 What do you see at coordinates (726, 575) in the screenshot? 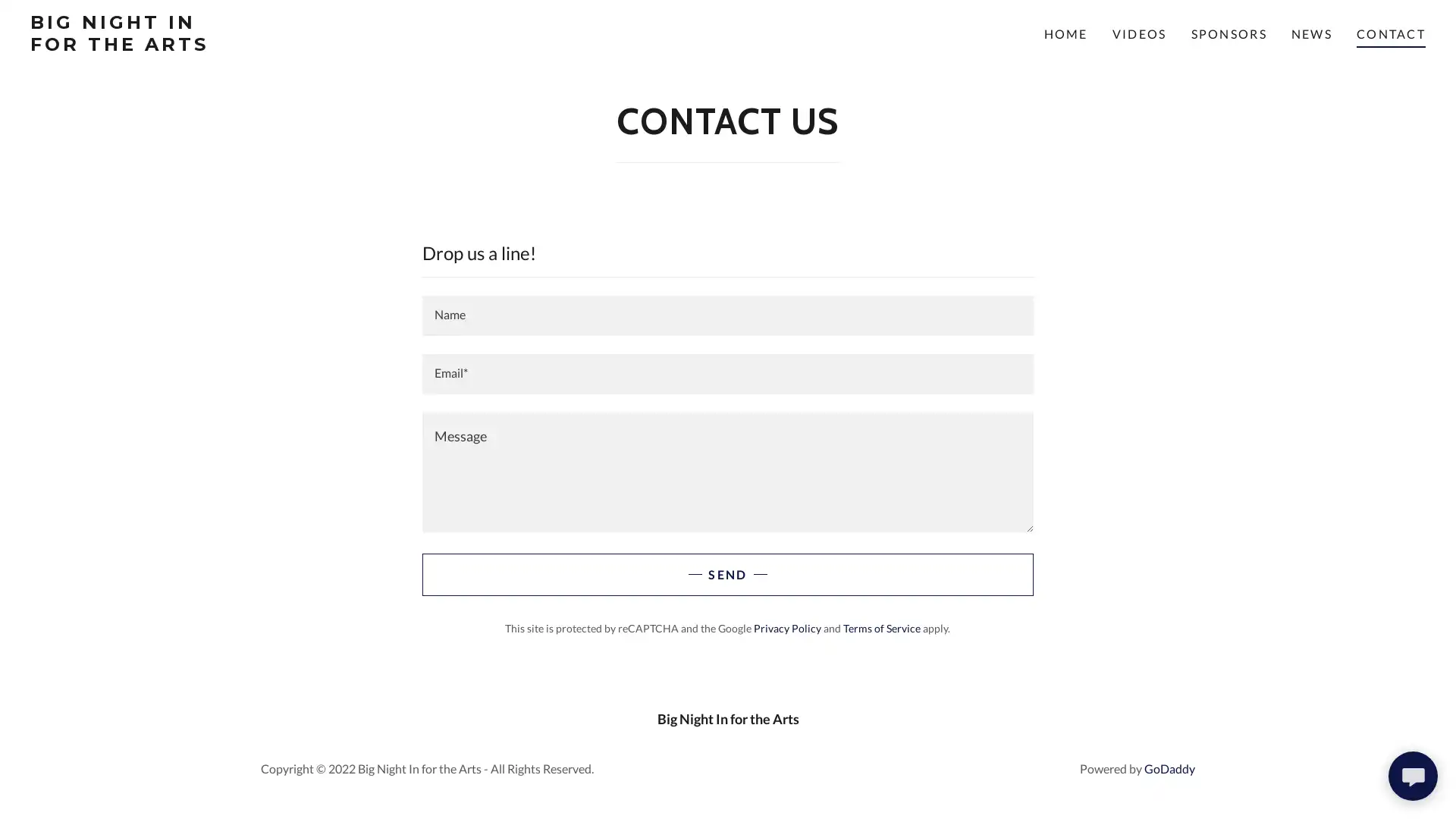
I see `SEND` at bounding box center [726, 575].